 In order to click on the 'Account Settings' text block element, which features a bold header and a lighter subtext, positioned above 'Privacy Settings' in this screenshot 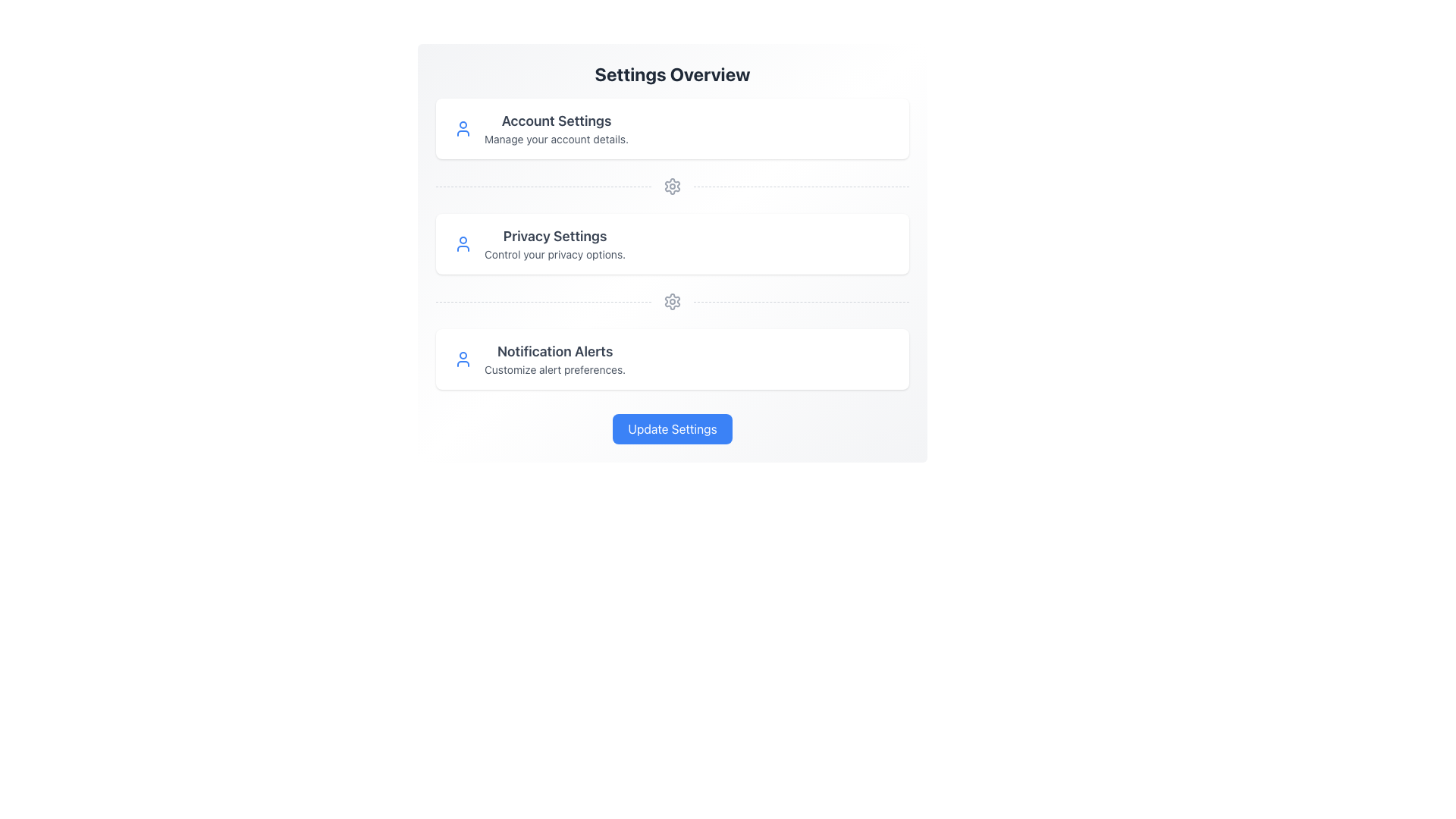, I will do `click(556, 127)`.